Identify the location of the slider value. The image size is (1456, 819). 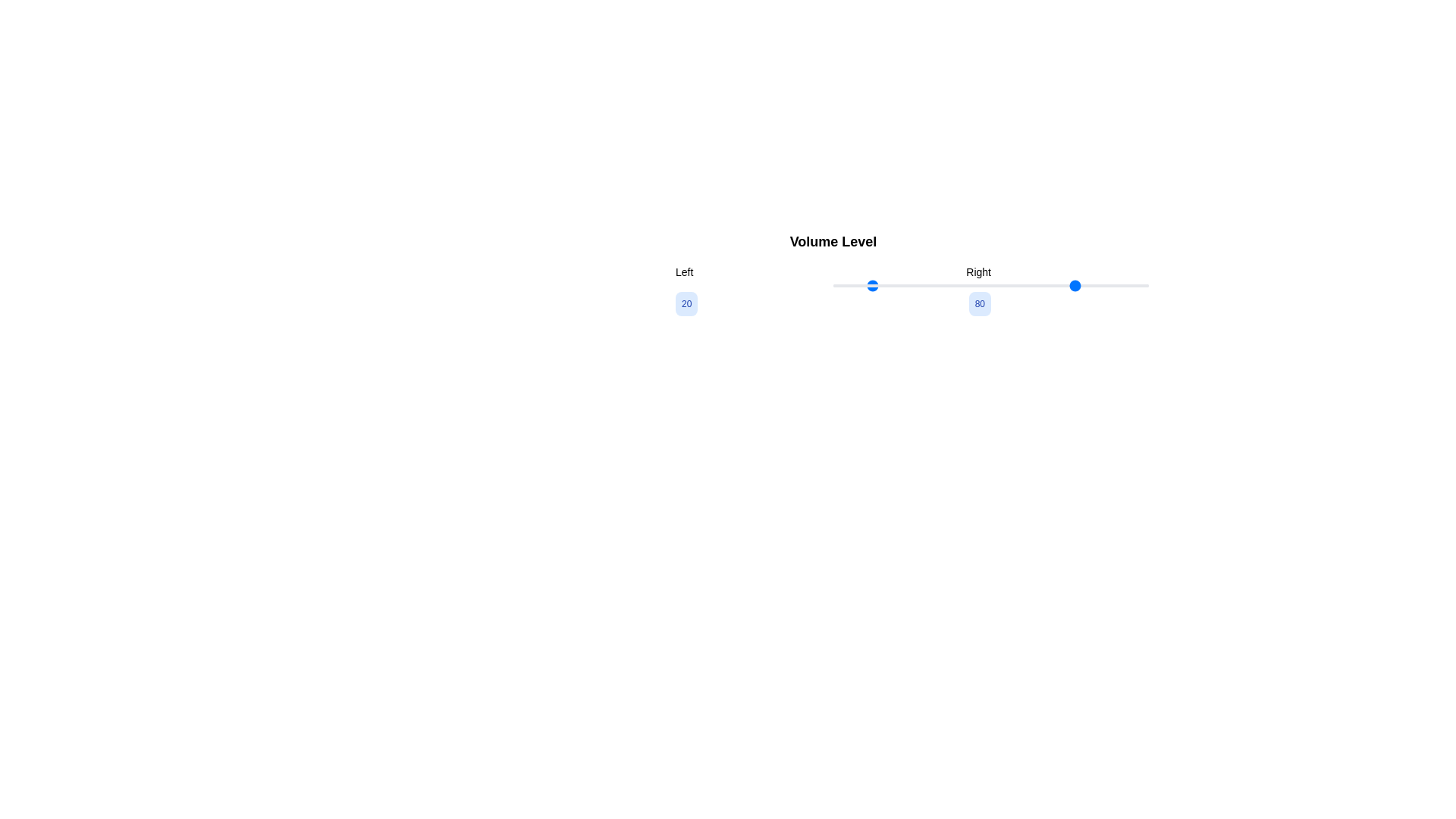
(930, 286).